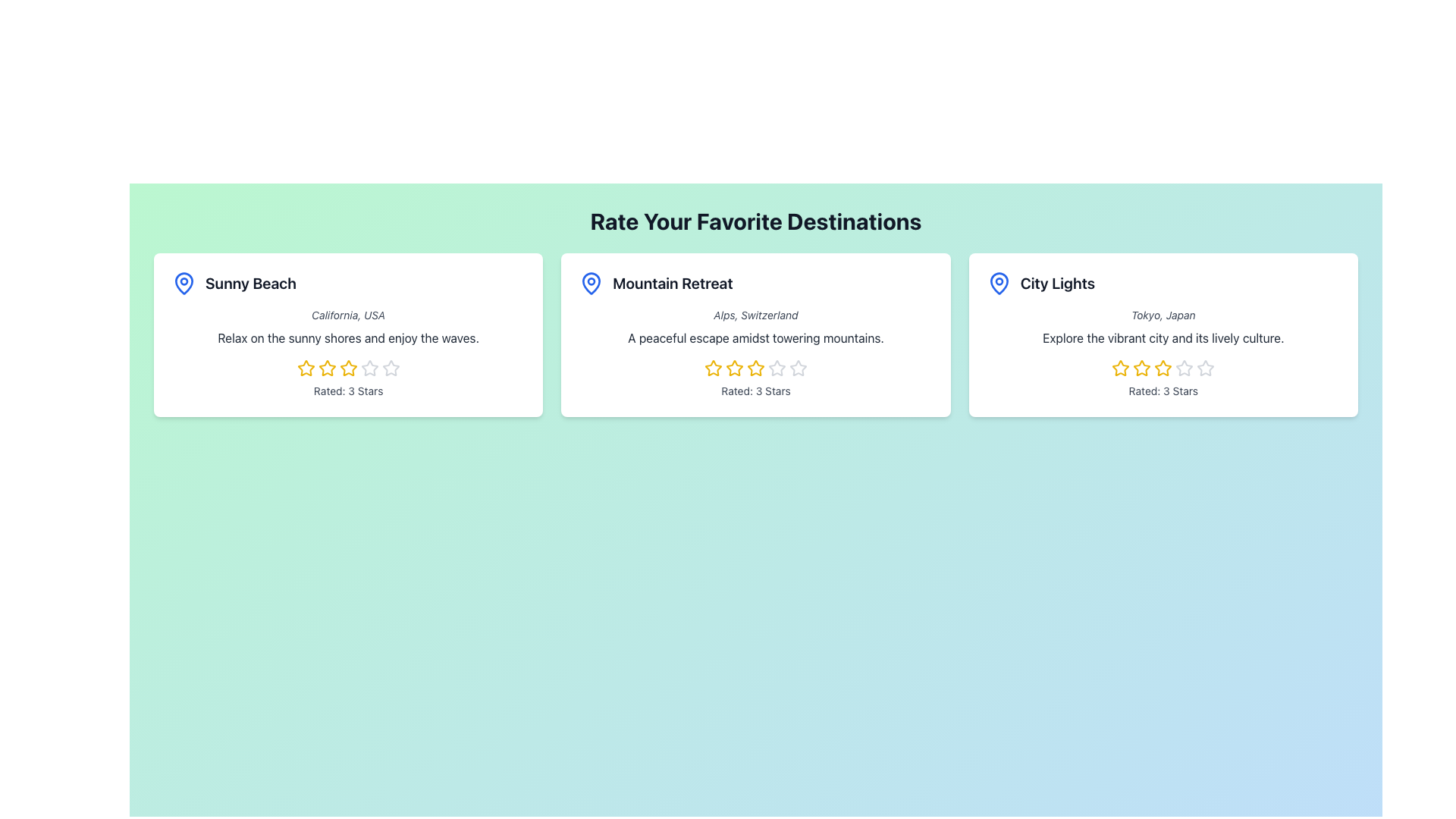  I want to click on the second yellow star icon in the rating component of the Mountain Retreat card, so click(712, 369).